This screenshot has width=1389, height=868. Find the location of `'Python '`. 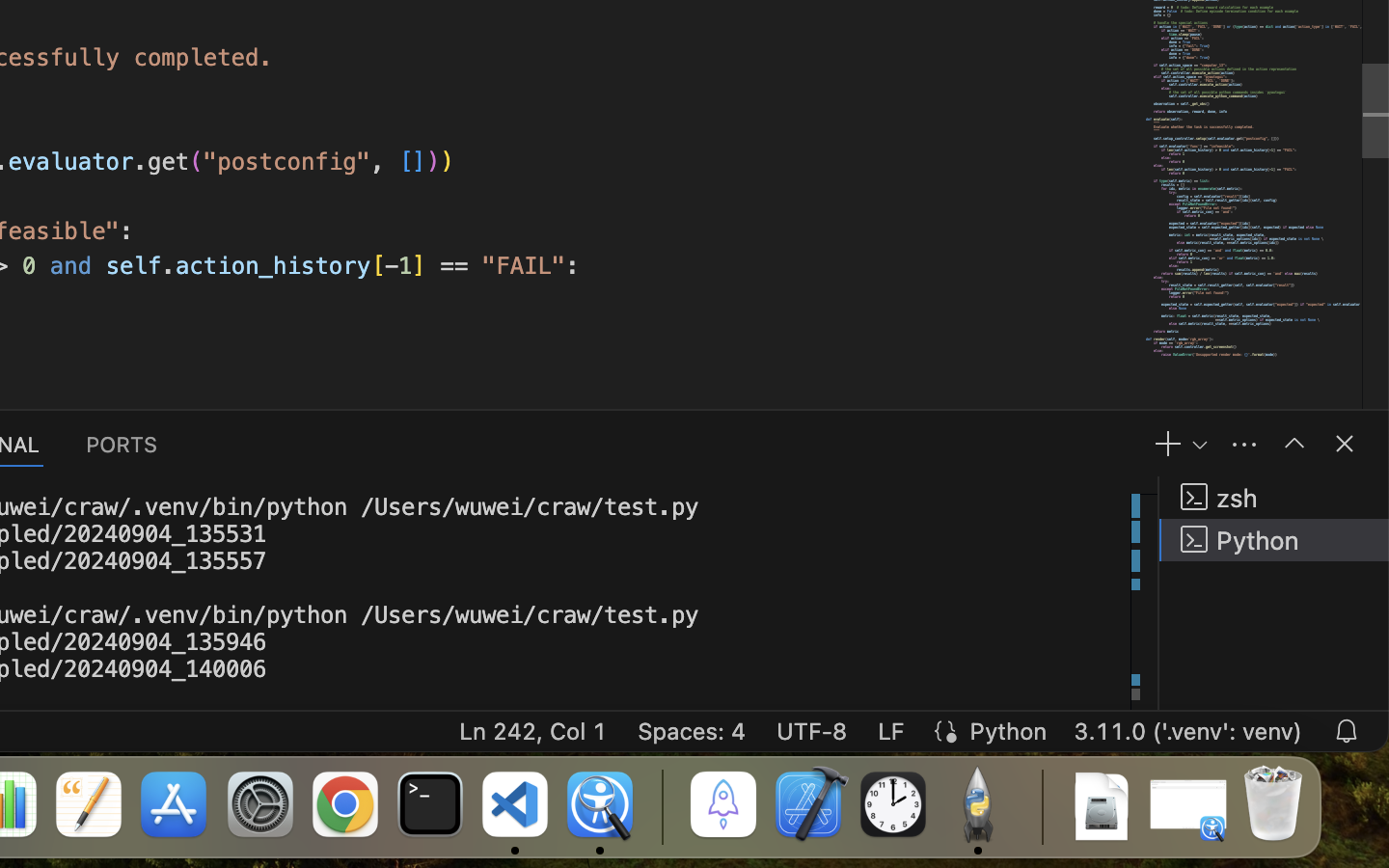

'Python ' is located at coordinates (1273, 538).